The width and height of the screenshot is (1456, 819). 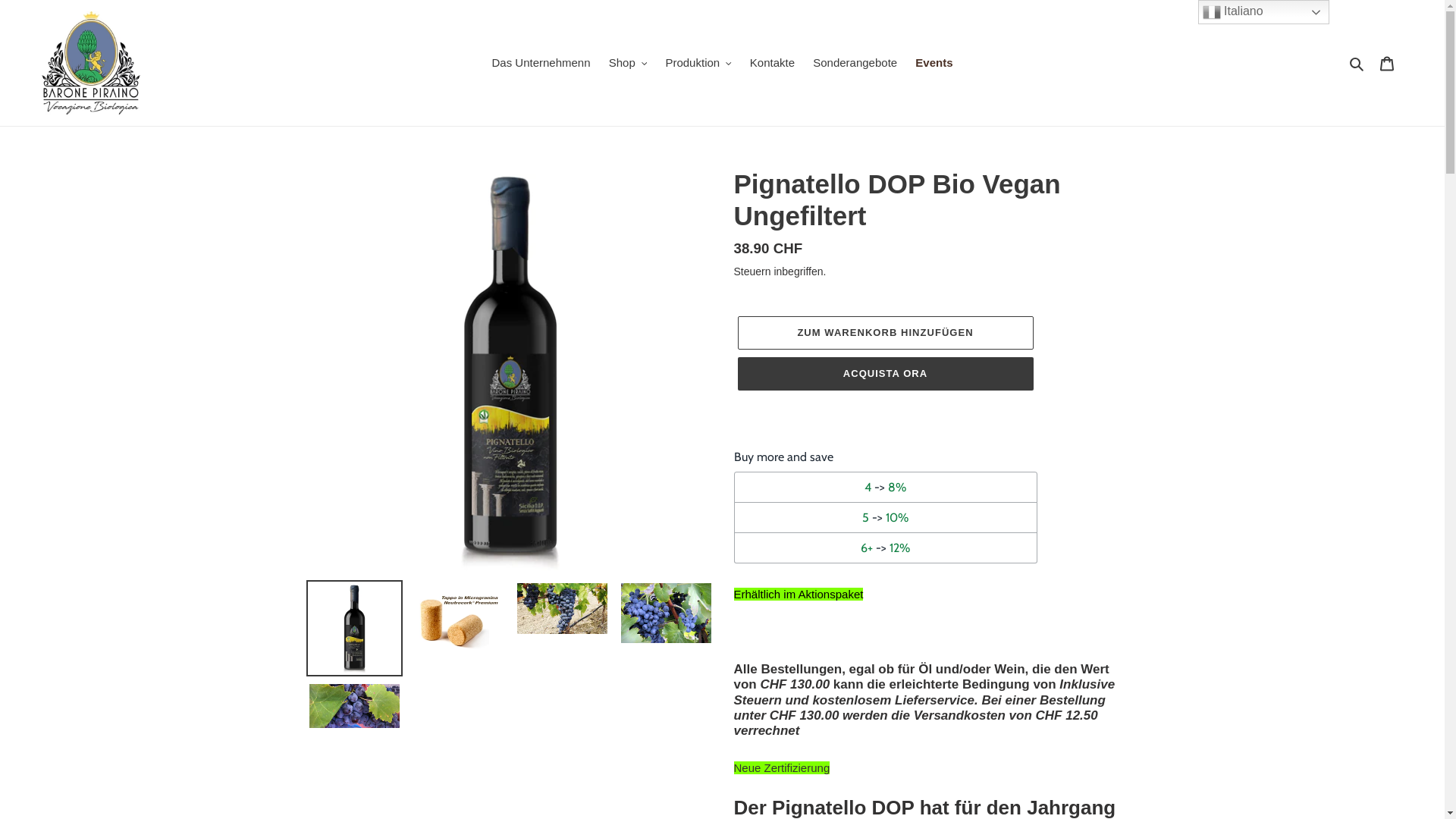 What do you see at coordinates (1197, 11) in the screenshot?
I see `'Italiano'` at bounding box center [1197, 11].